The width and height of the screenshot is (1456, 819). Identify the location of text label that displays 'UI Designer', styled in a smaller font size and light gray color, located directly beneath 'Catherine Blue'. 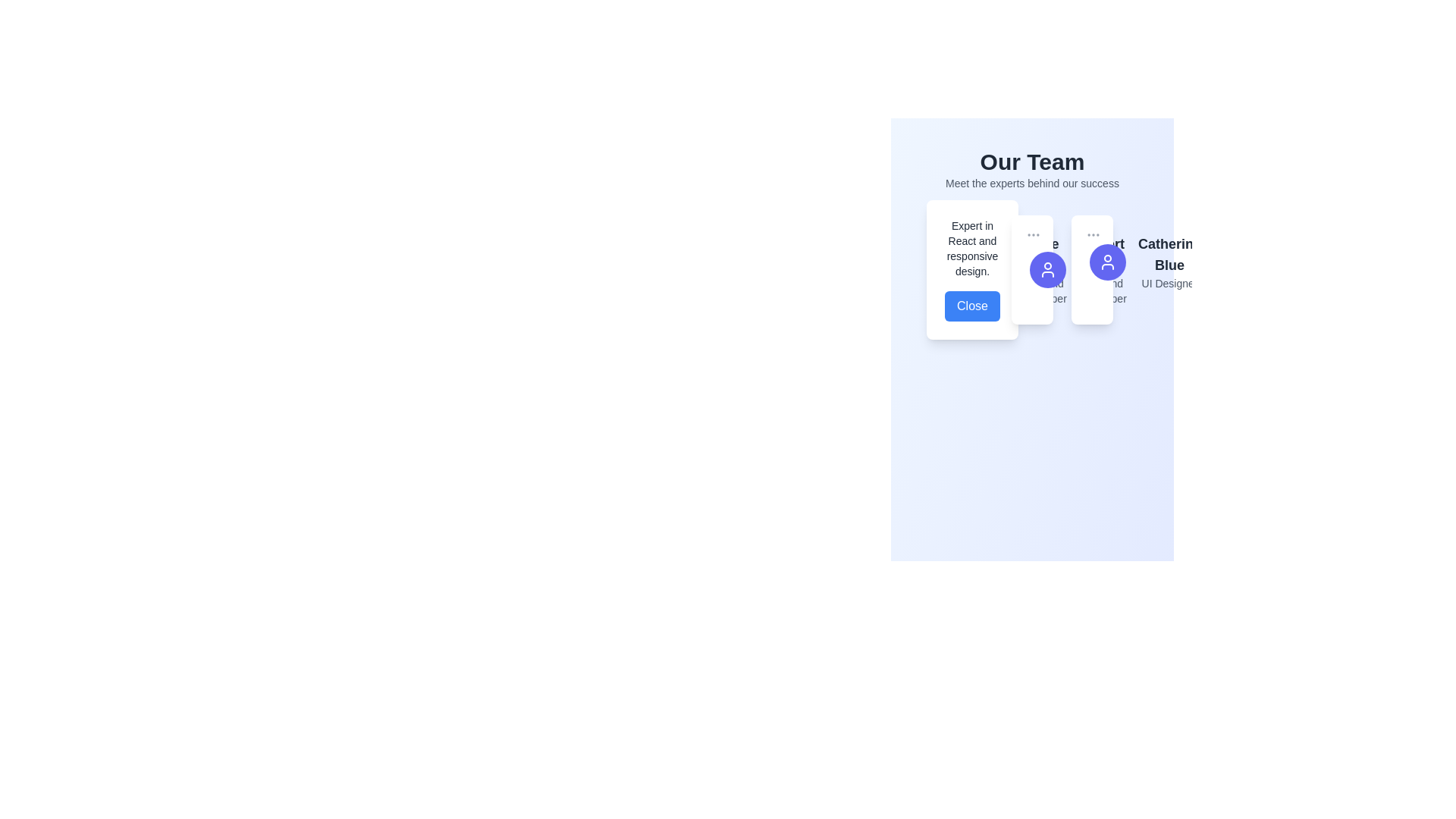
(1169, 284).